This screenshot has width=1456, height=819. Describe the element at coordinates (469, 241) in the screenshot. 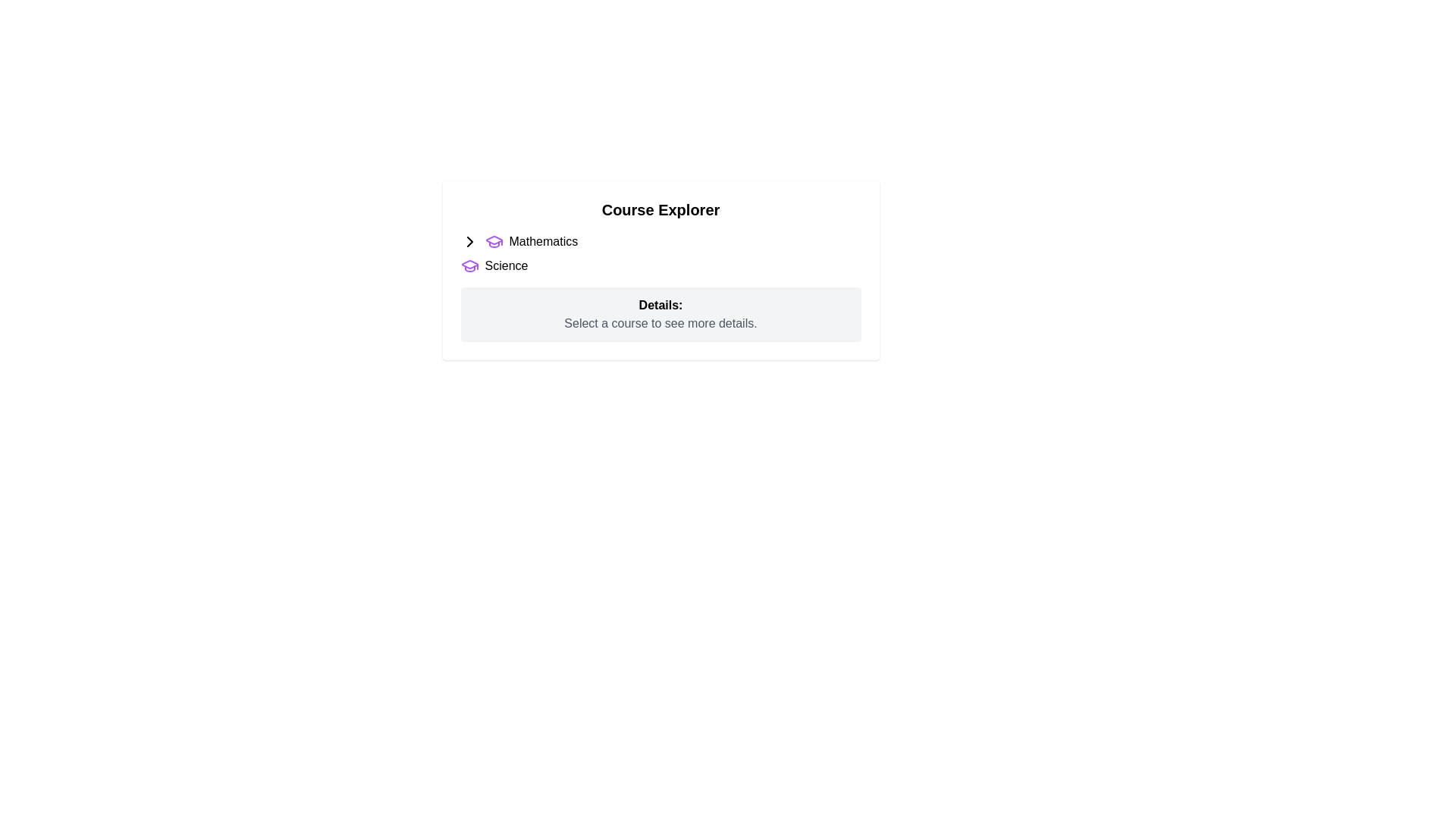

I see `the rightward chevron icon located to the left of the 'Mathematics' text` at that location.